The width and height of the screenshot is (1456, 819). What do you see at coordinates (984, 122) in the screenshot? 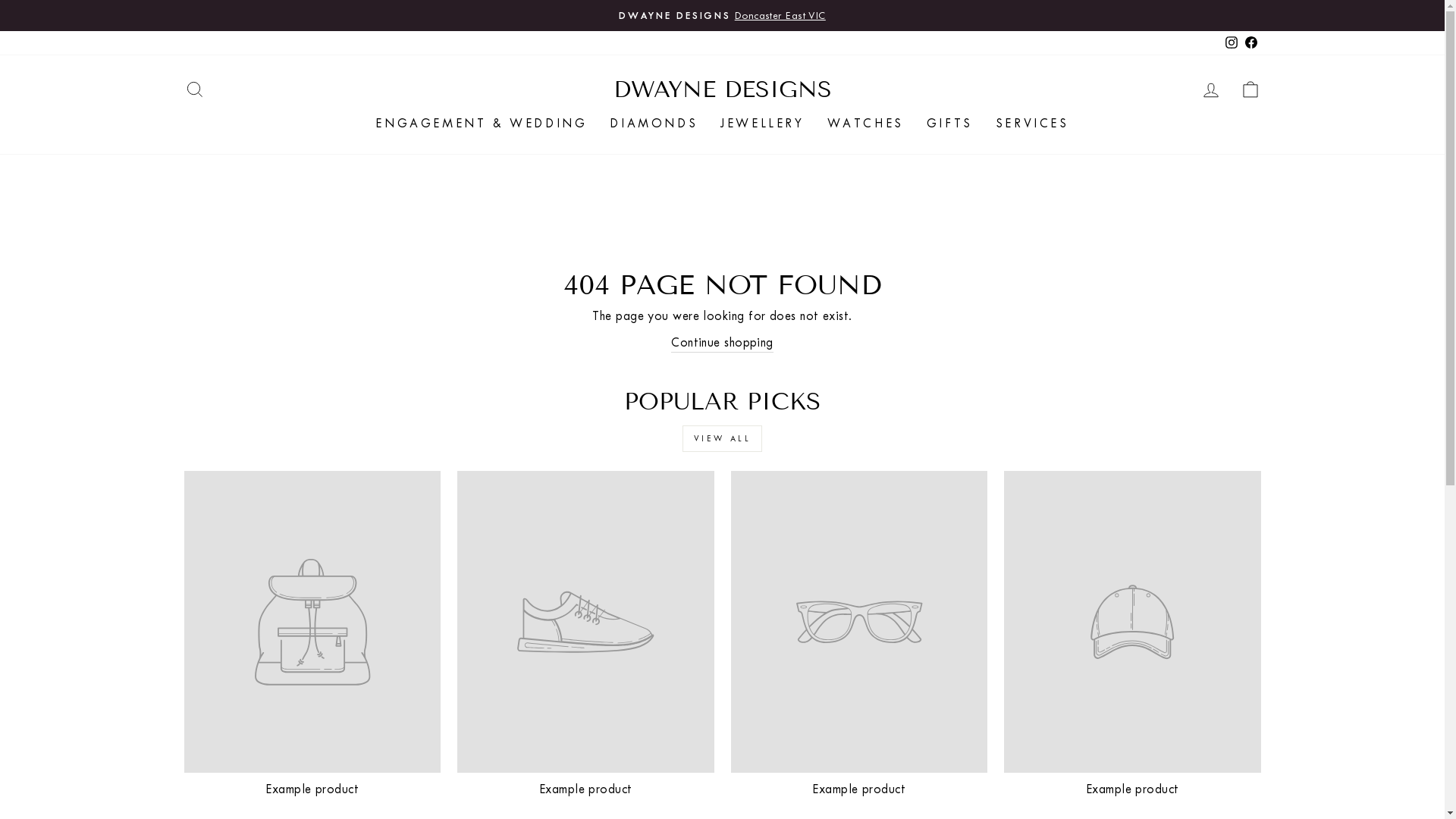
I see `'SERVICES'` at bounding box center [984, 122].